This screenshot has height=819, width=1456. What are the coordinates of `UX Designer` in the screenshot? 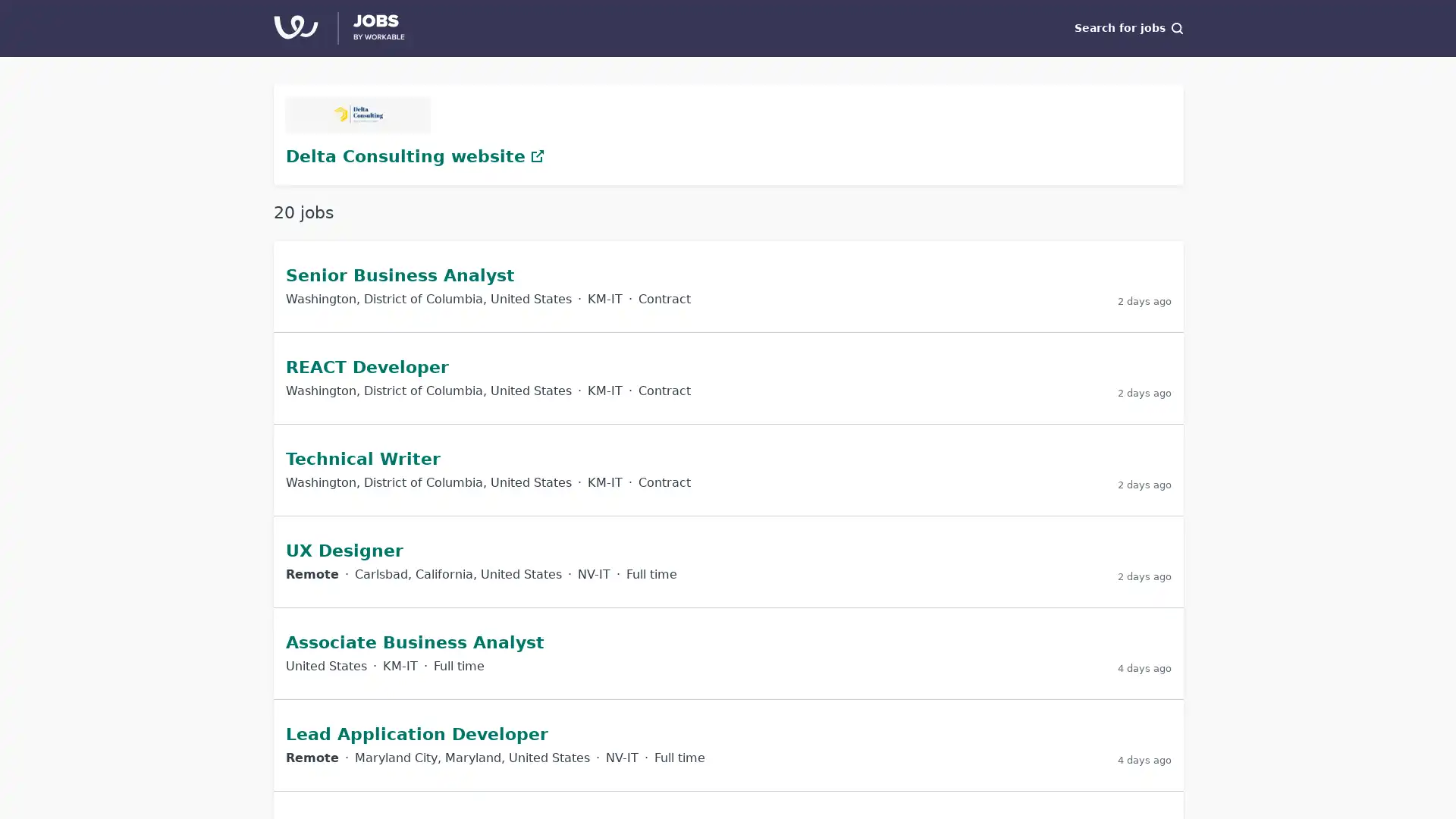 It's located at (344, 550).